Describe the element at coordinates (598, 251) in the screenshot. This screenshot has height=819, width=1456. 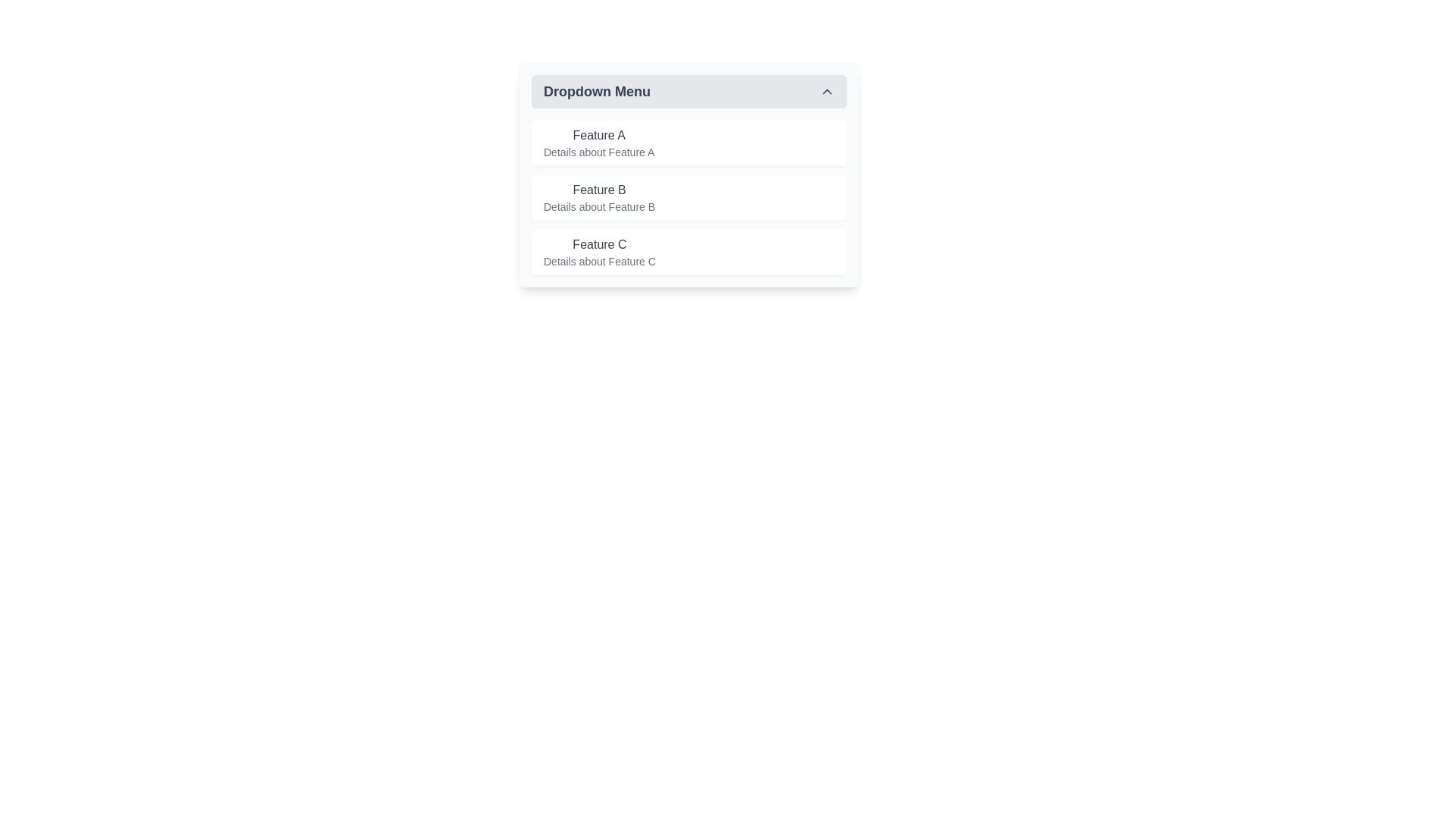
I see `the third button in the dropdown menu labeled 'Dropdown Menu'` at that location.